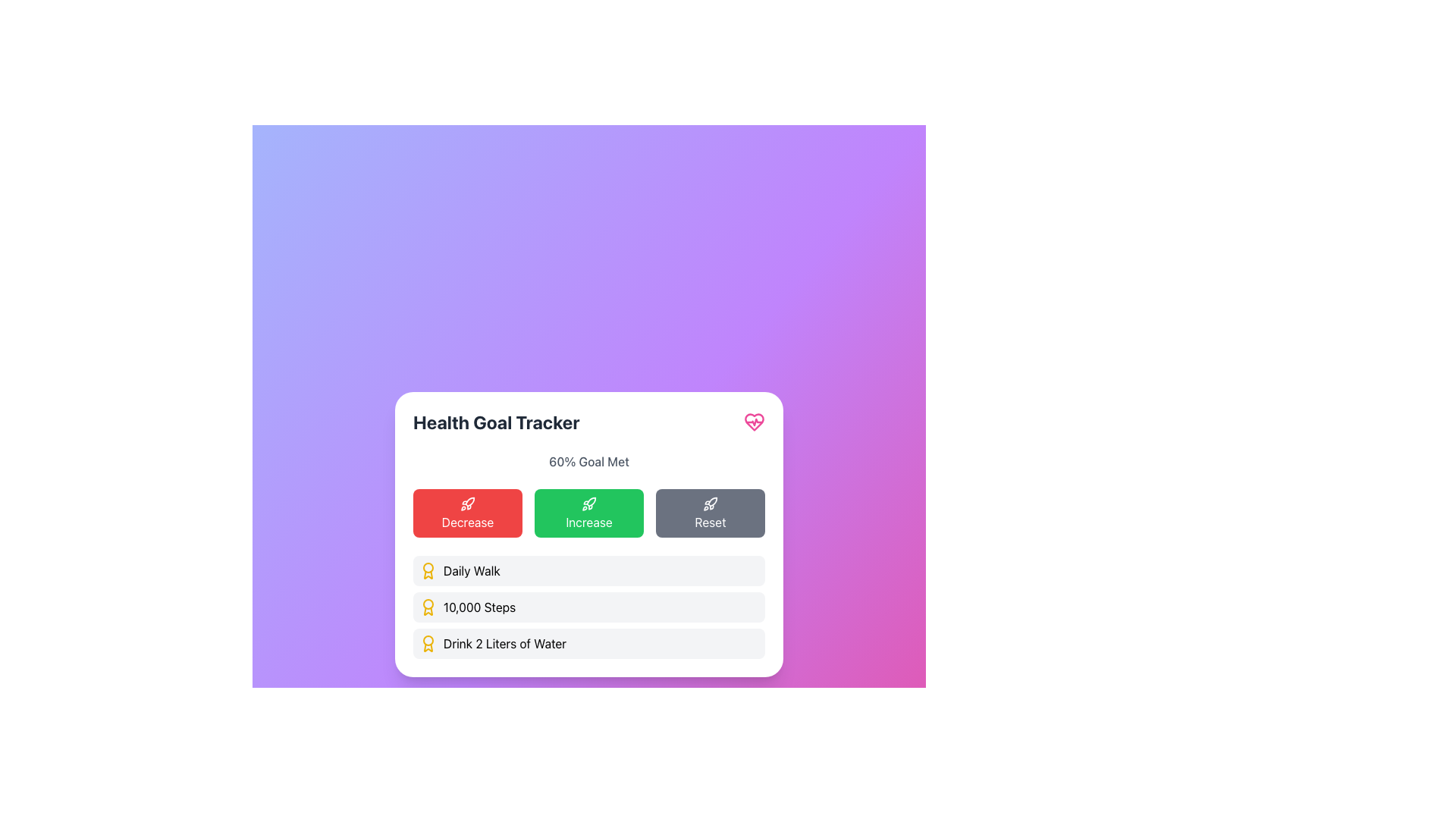 The width and height of the screenshot is (1456, 819). Describe the element at coordinates (428, 570) in the screenshot. I see `the golden-yellow circular award emblem icon at the beginning of the 'Daily Walk' entry in the health goals list` at that location.